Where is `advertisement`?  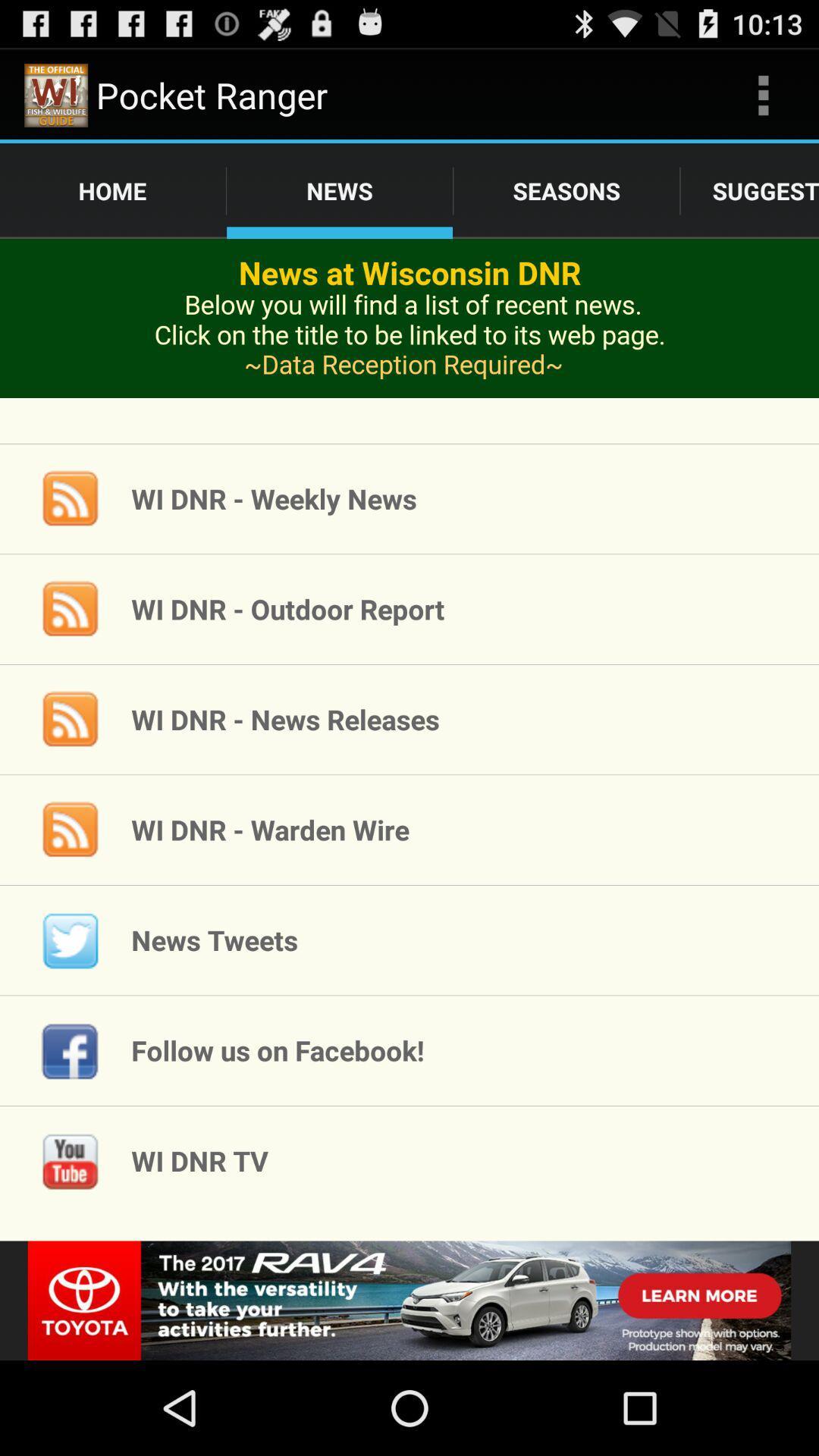 advertisement is located at coordinates (409, 340).